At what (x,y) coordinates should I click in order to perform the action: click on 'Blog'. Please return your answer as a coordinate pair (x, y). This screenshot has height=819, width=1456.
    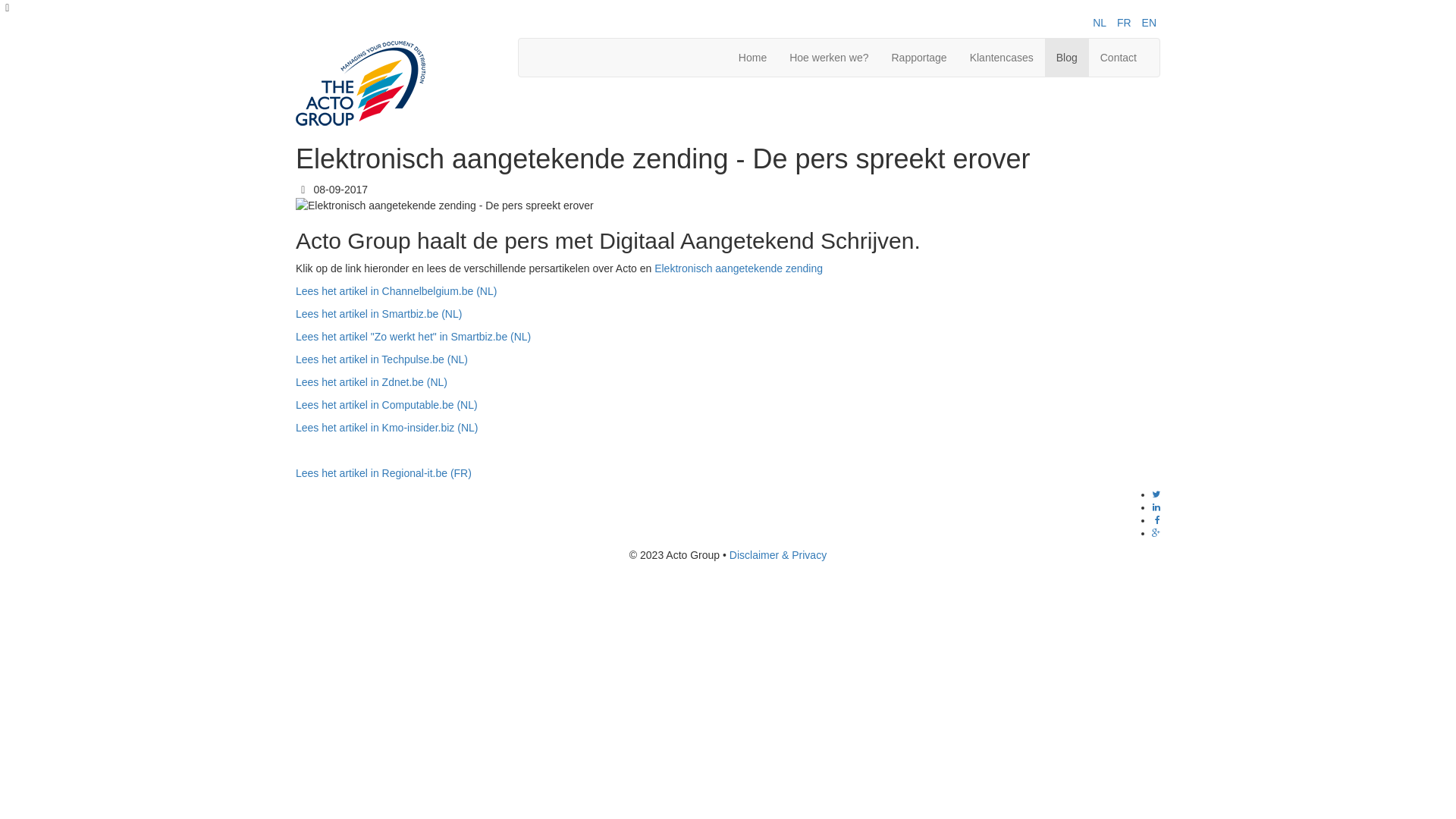
    Looking at the image, I should click on (1065, 57).